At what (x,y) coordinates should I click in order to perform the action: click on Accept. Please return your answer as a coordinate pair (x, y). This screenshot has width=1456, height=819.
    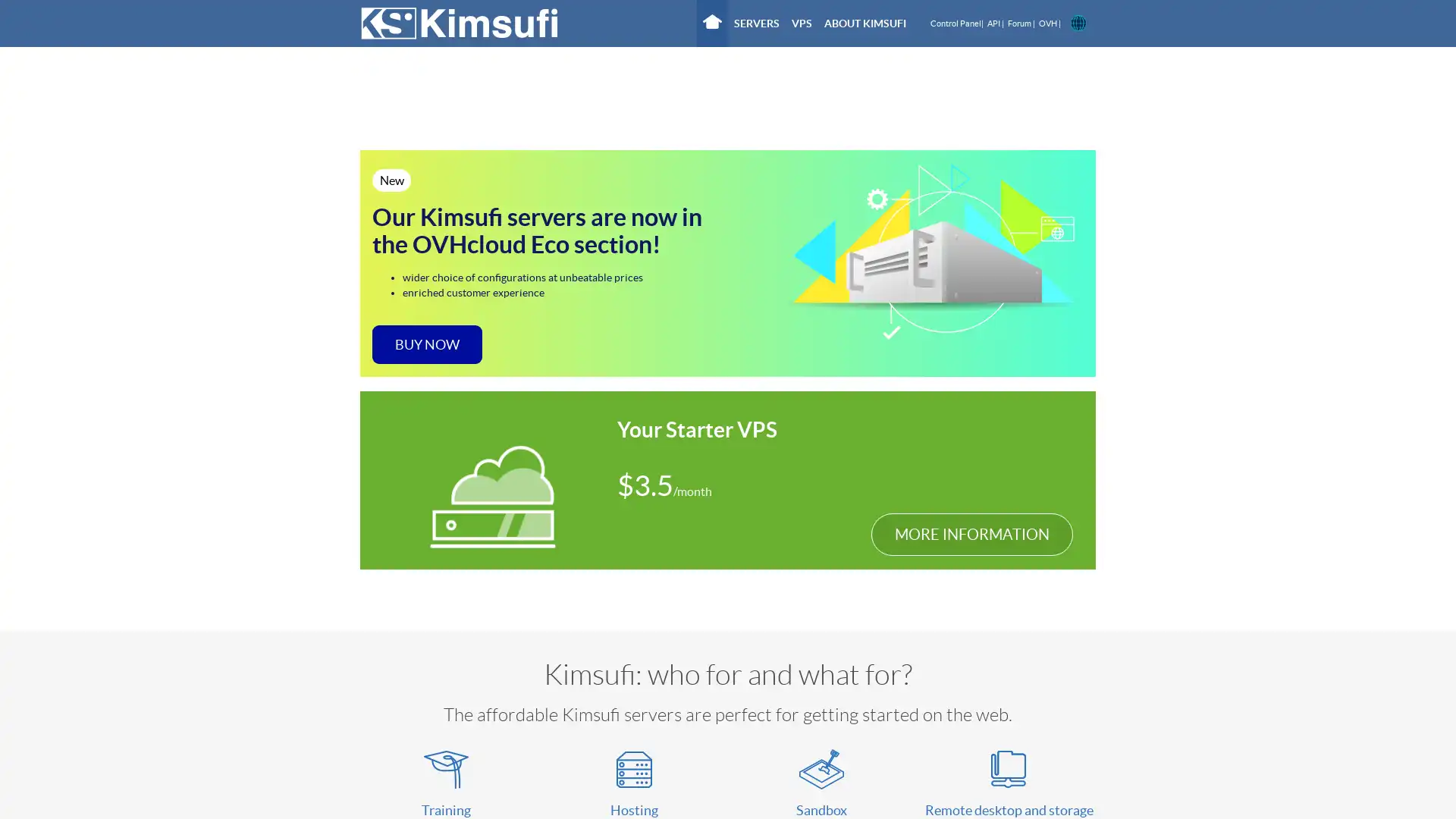
    Looking at the image, I should click on (972, 374).